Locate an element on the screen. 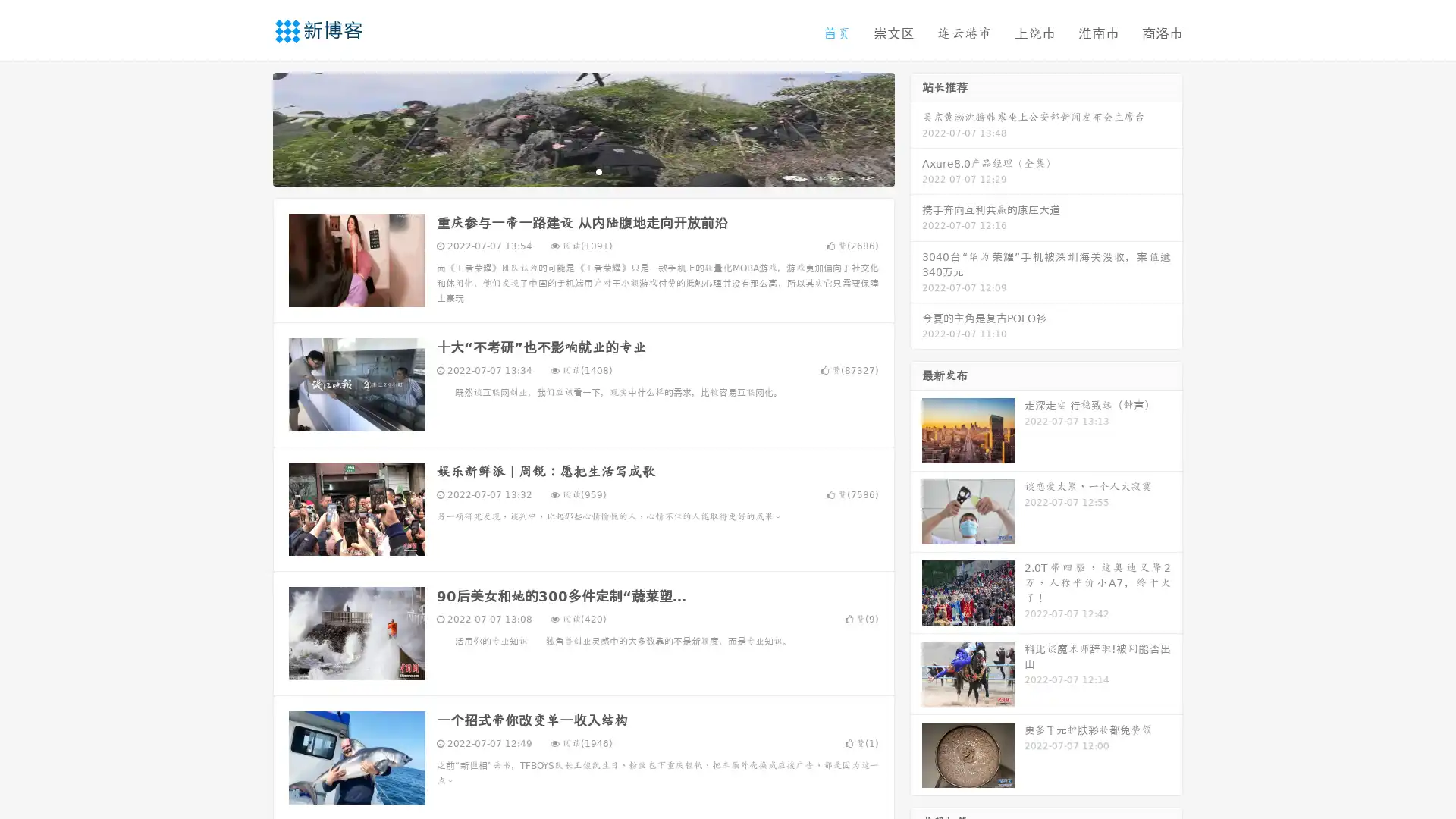 The image size is (1456, 819). Go to slide 1 is located at coordinates (567, 171).